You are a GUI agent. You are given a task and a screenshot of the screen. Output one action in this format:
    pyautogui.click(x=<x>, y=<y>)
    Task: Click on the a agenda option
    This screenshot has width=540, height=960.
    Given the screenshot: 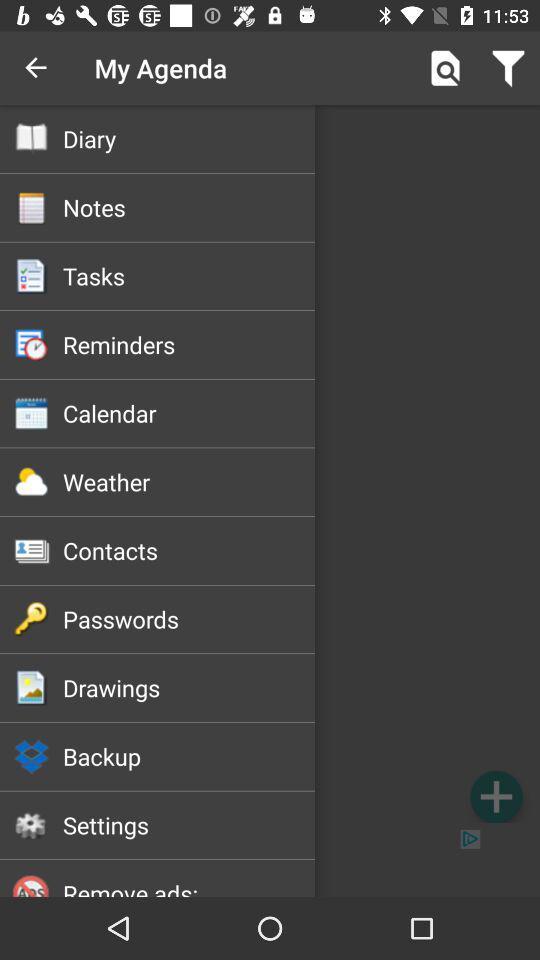 What is the action you would take?
    pyautogui.click(x=495, y=796)
    